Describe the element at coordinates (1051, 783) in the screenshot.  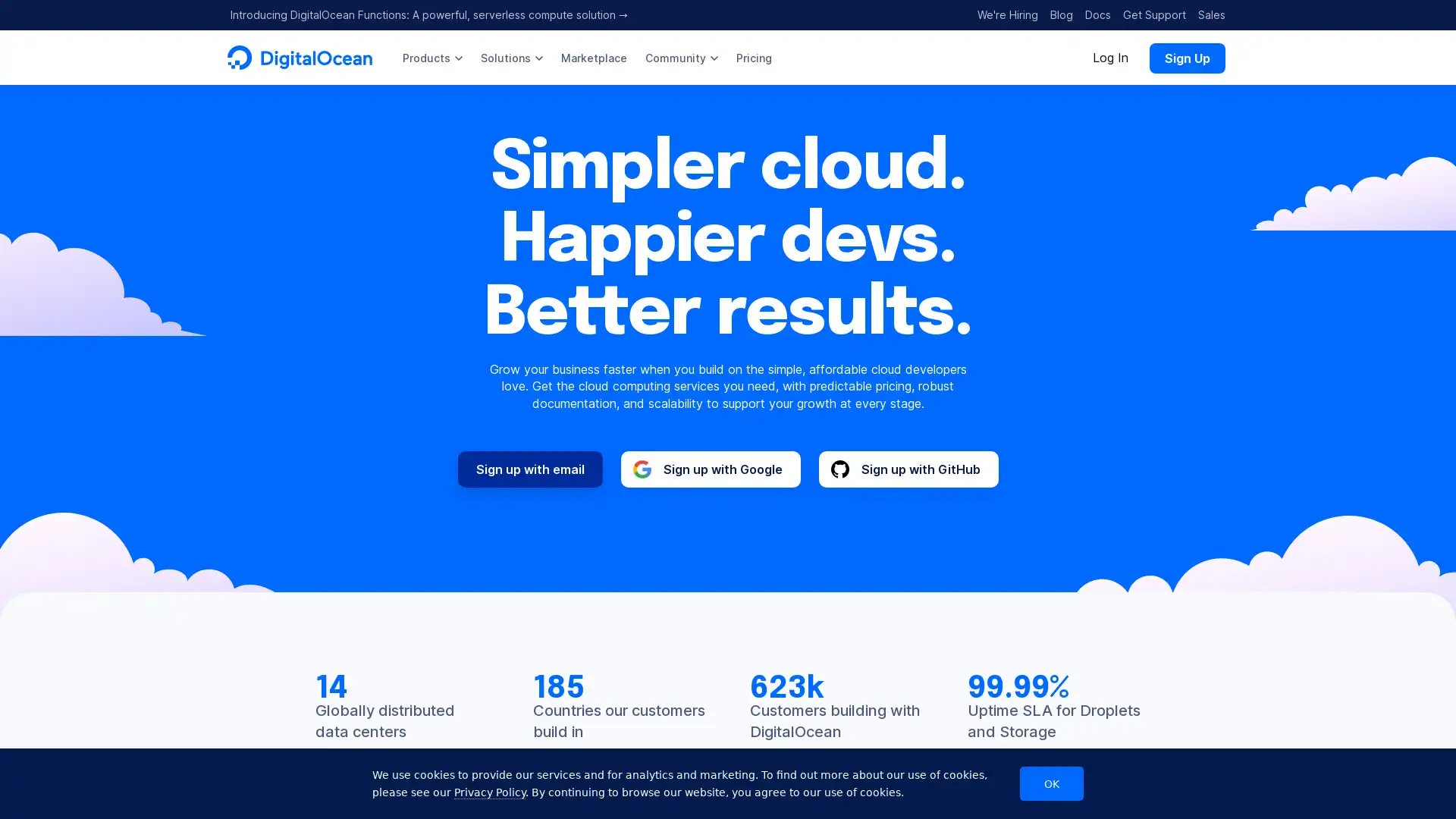
I see `OK` at that location.